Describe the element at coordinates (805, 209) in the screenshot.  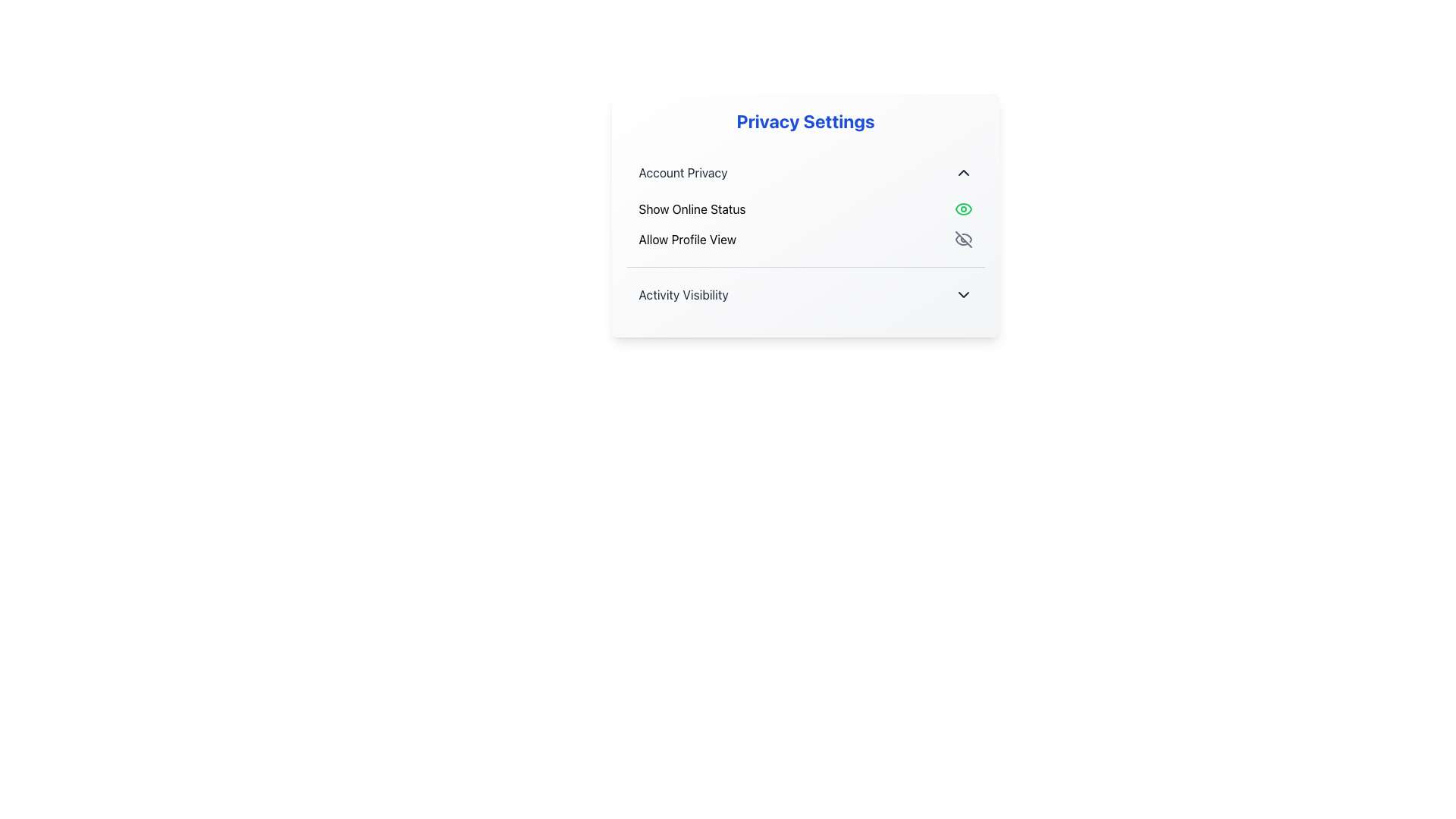
I see `the first List item with a status indicator under the 'Privacy Settings' section` at that location.